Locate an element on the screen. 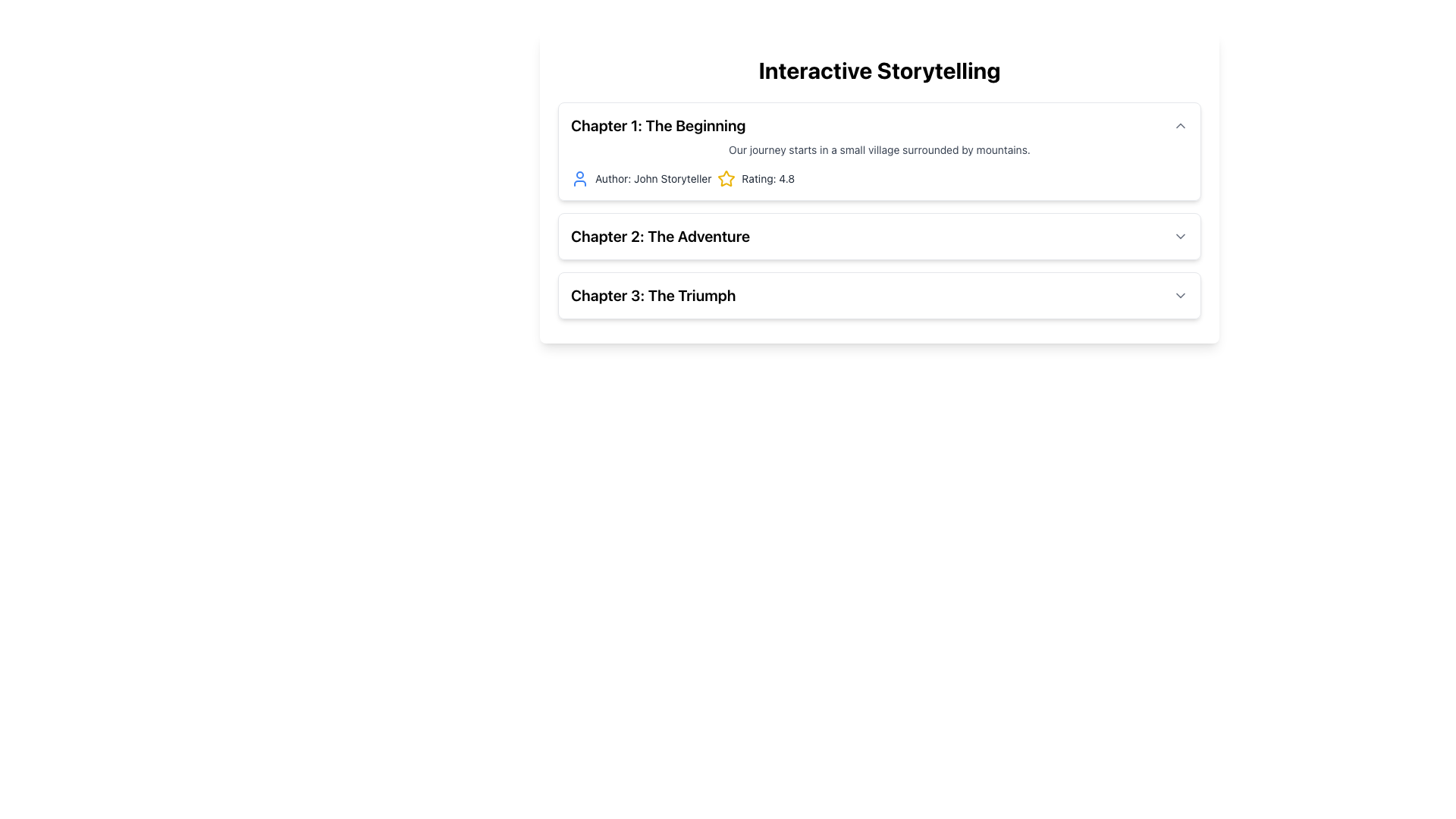 This screenshot has width=1456, height=819. the rating icon located to the left of the text 'Rating: 4.8', directly under 'Chapter 1: The Beginning', and horizontally aligned with 'Author: John Storyteller' is located at coordinates (726, 177).